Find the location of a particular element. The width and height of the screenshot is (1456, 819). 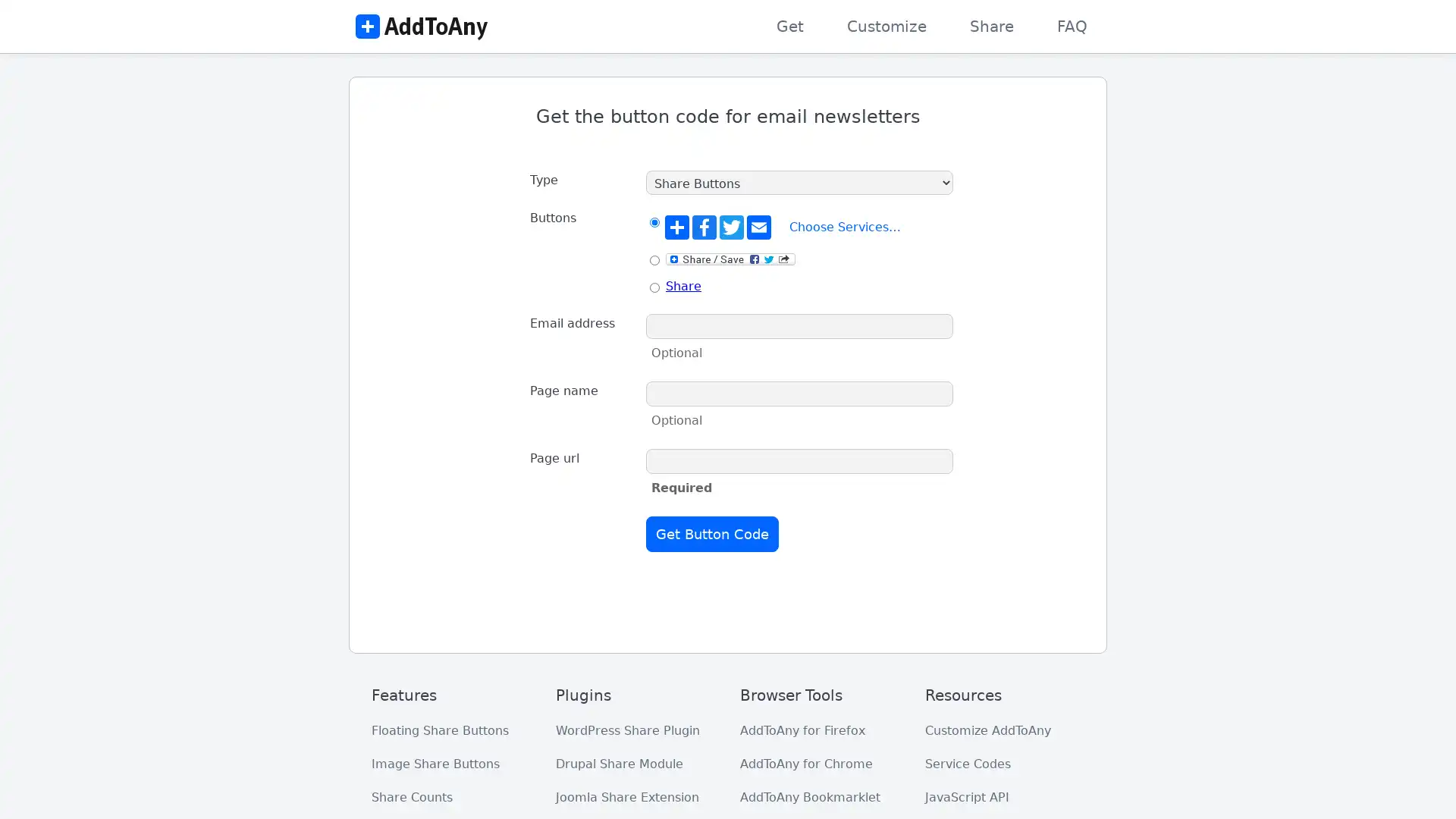

Get Button Code is located at coordinates (711, 533).